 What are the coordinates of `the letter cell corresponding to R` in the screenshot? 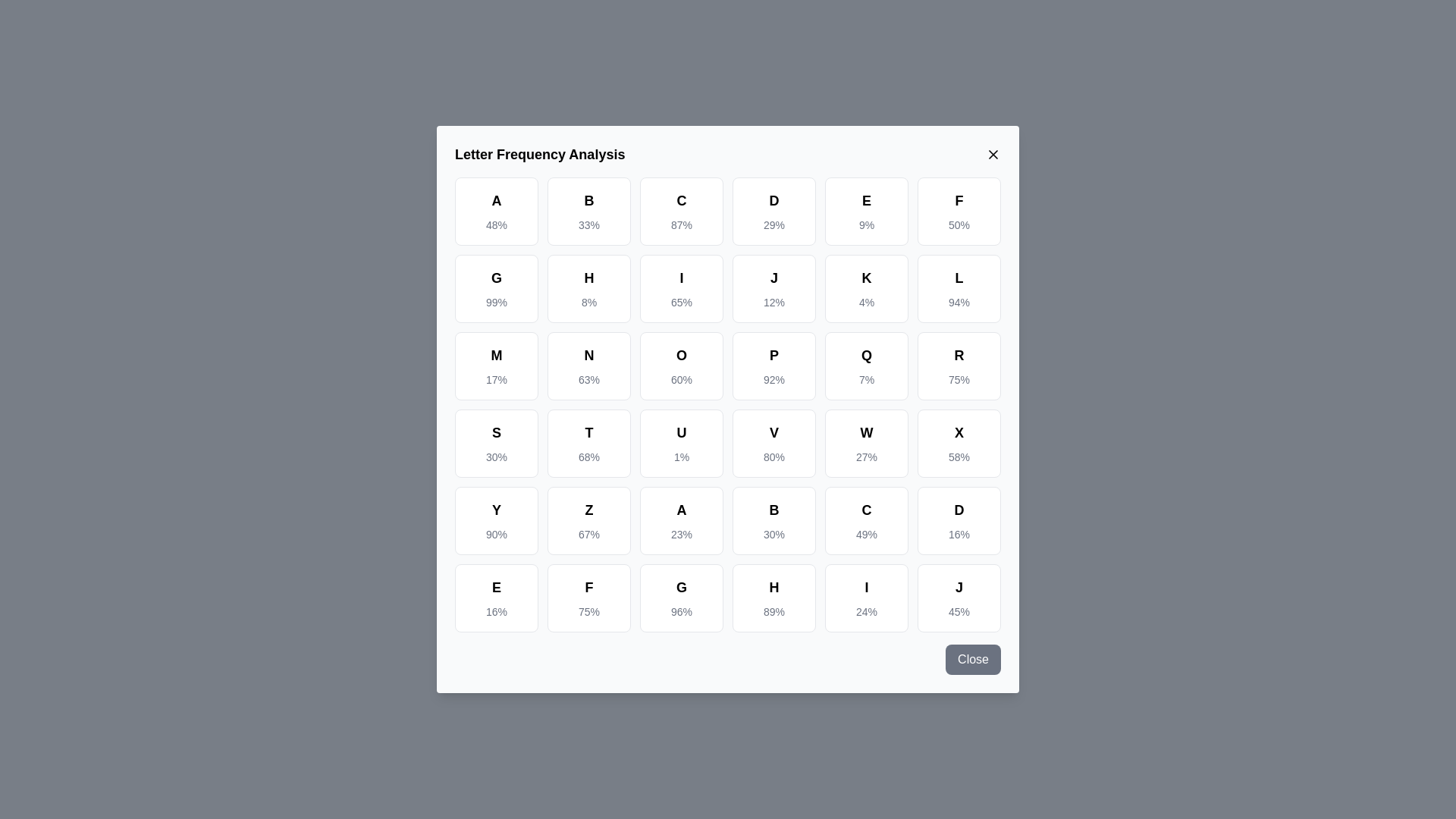 It's located at (959, 366).